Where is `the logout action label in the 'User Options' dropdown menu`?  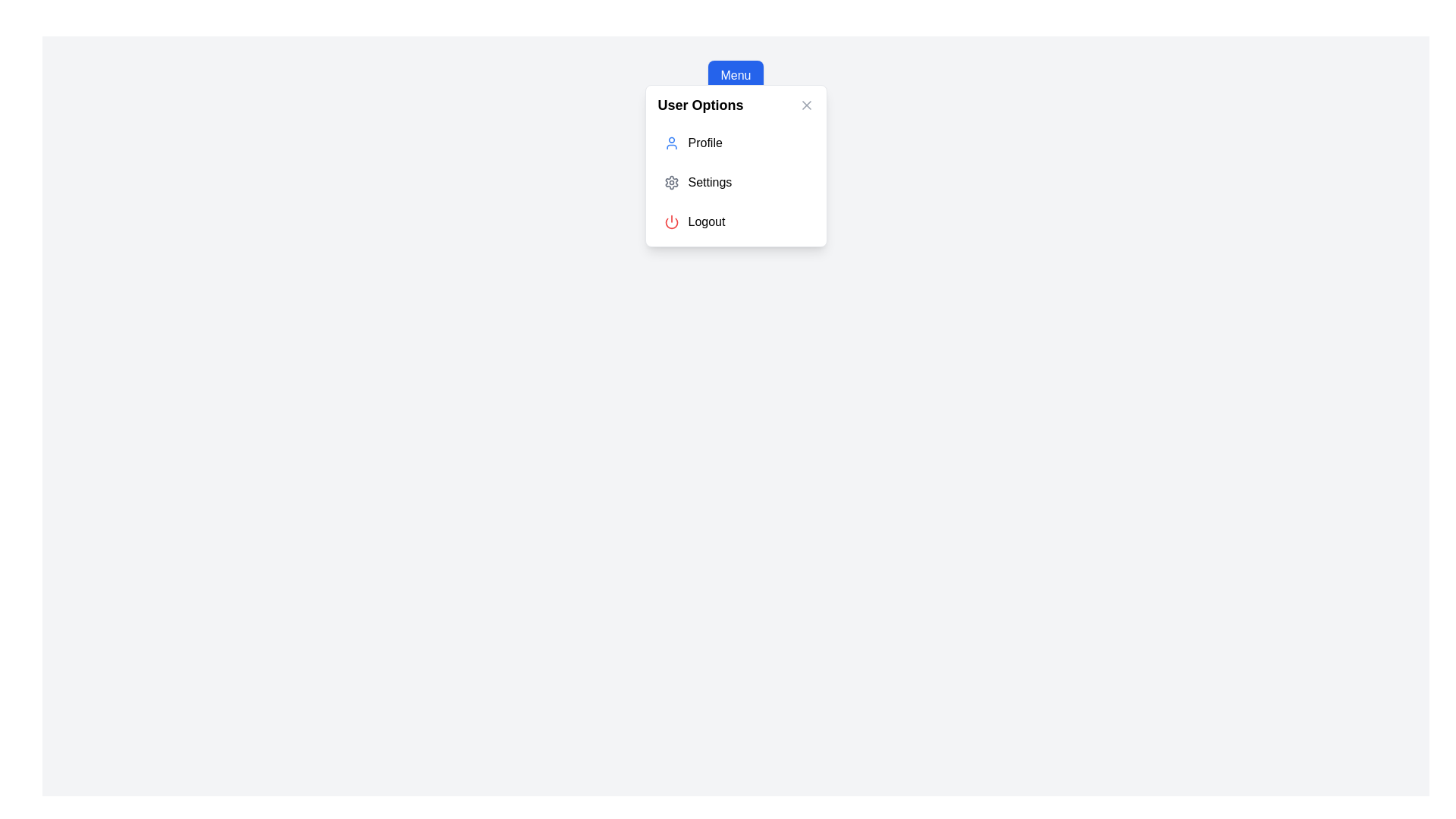 the logout action label in the 'User Options' dropdown menu is located at coordinates (705, 222).